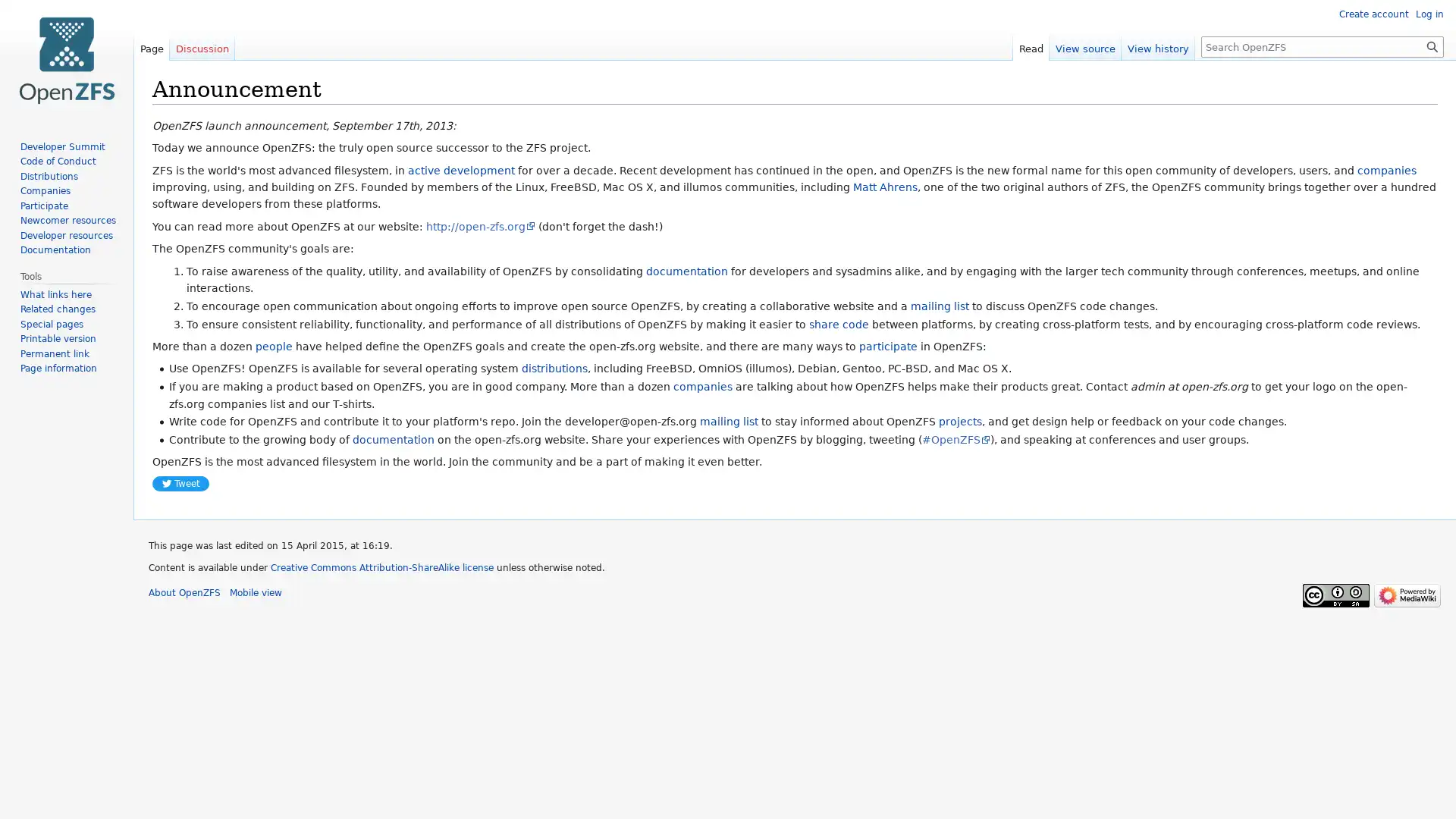 This screenshot has height=819, width=1456. Describe the element at coordinates (1432, 45) in the screenshot. I see `Search` at that location.